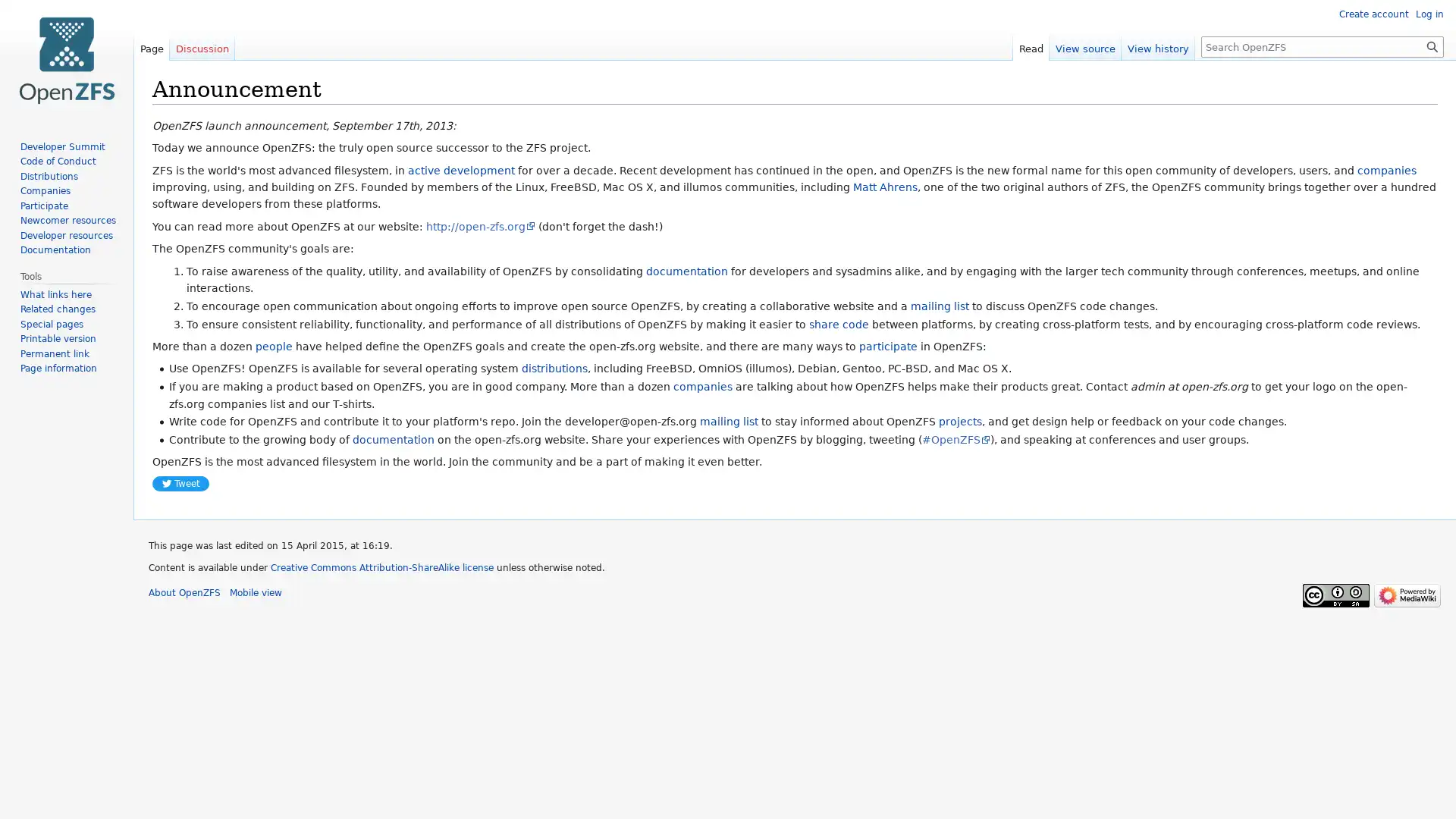 This screenshot has height=819, width=1456. Describe the element at coordinates (1432, 45) in the screenshot. I see `Search` at that location.